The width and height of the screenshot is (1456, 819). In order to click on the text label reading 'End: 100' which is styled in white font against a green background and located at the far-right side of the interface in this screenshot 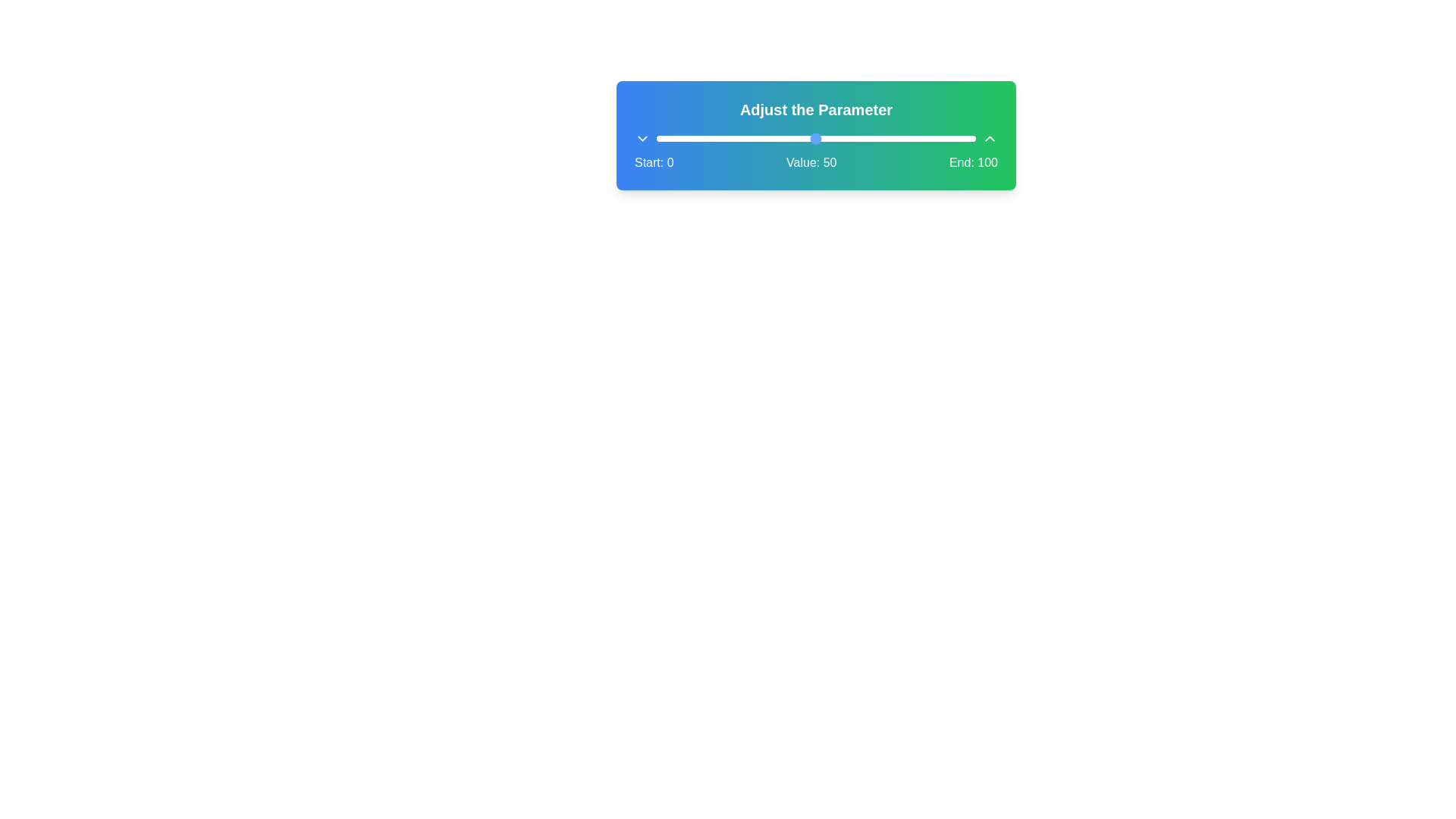, I will do `click(973, 163)`.